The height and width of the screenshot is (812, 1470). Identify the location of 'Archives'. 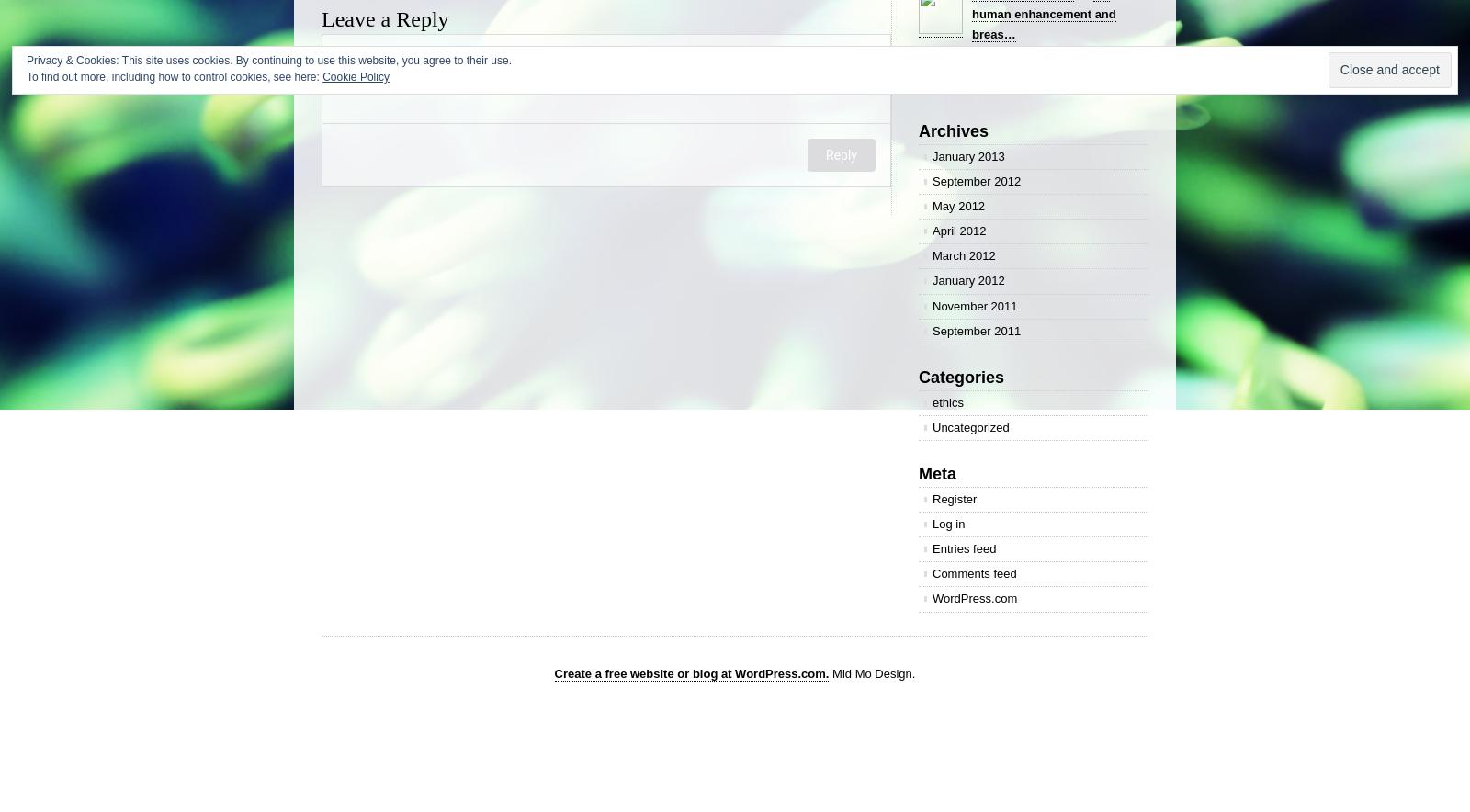
(918, 129).